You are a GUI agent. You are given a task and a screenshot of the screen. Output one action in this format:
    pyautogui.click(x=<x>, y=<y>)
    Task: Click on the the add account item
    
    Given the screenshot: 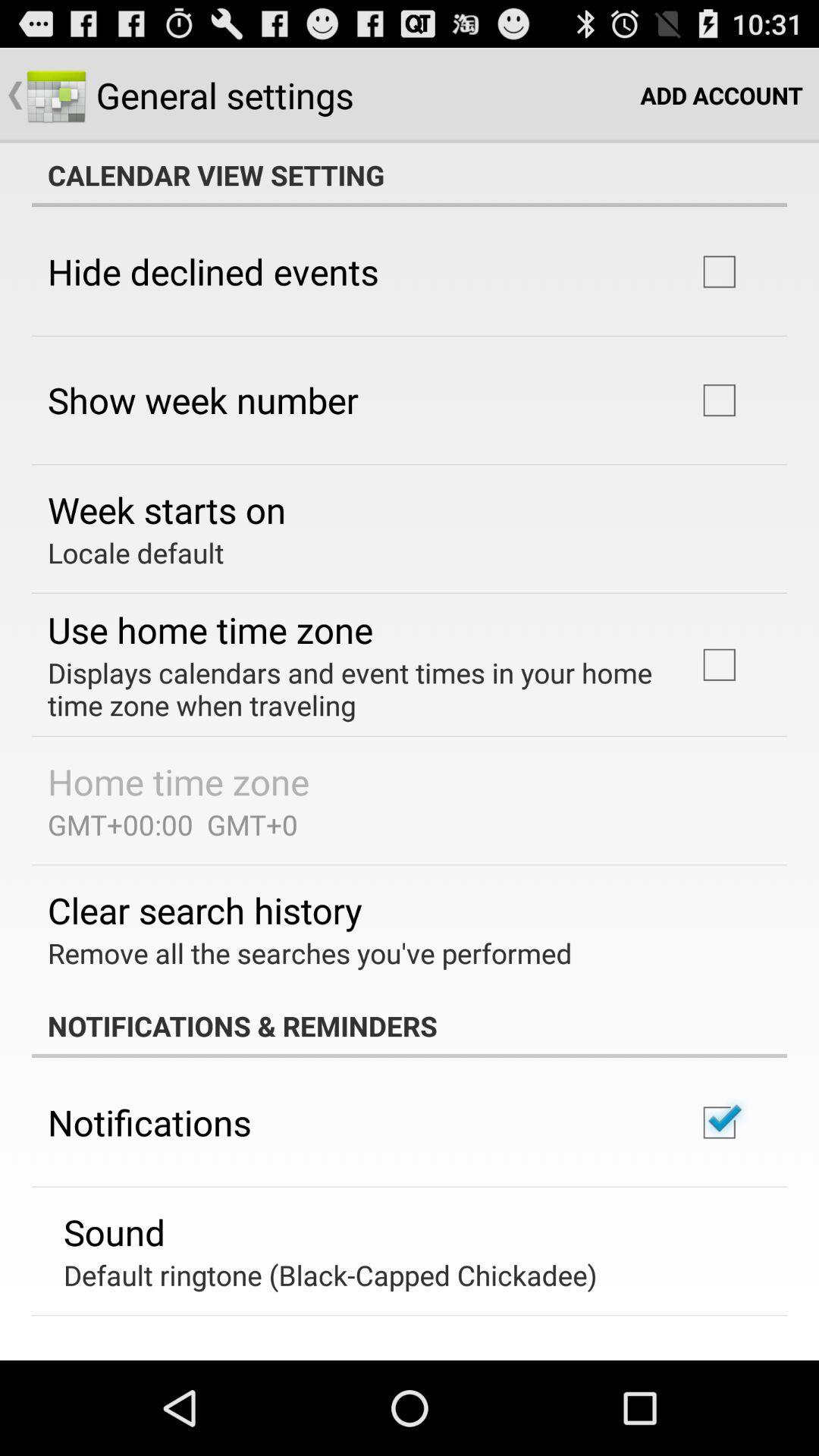 What is the action you would take?
    pyautogui.click(x=720, y=94)
    